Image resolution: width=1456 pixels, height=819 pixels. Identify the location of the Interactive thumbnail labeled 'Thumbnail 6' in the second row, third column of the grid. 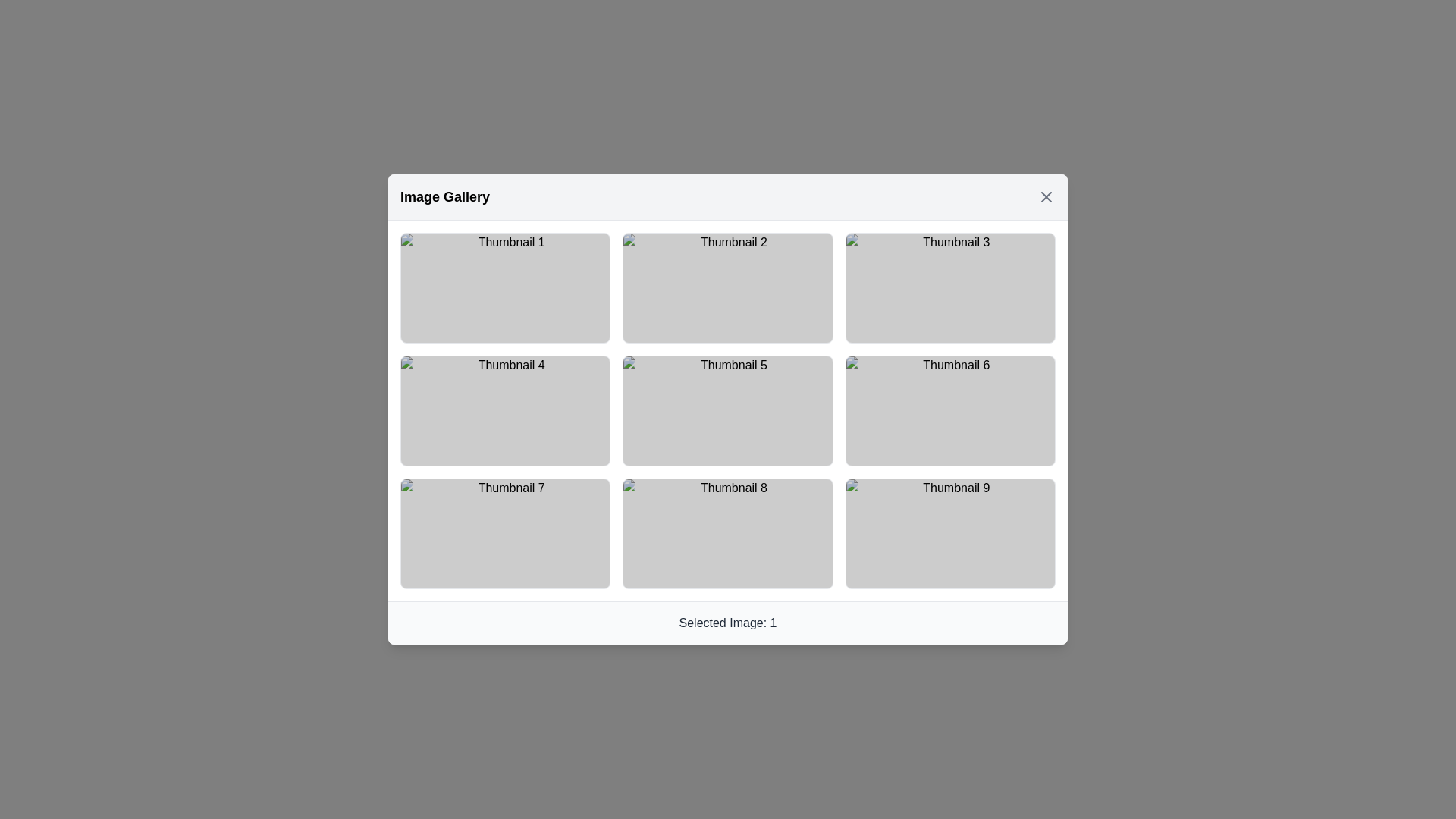
(949, 411).